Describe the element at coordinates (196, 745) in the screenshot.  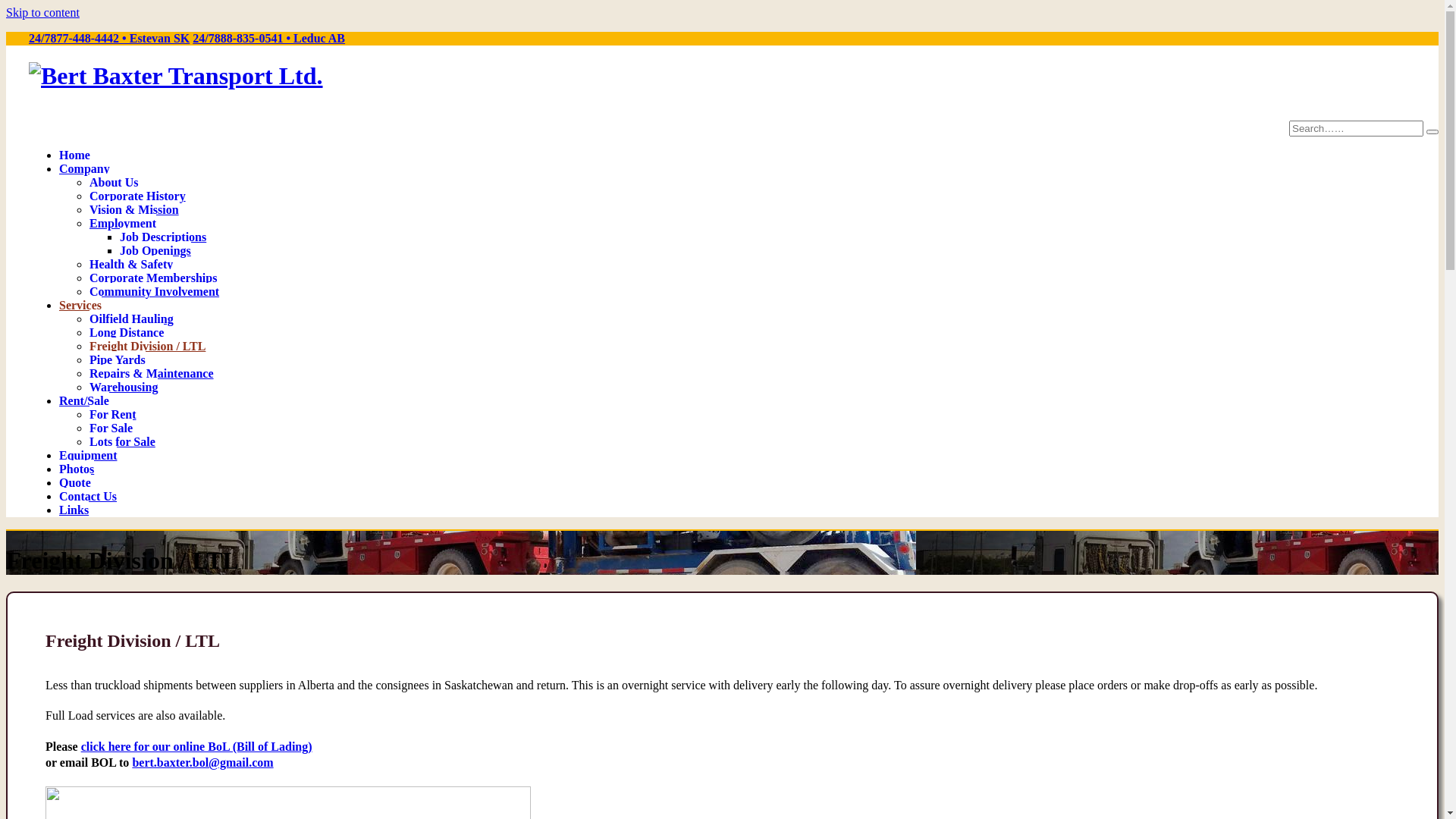
I see `'click here for our online BoL (Bill of Lading)'` at that location.